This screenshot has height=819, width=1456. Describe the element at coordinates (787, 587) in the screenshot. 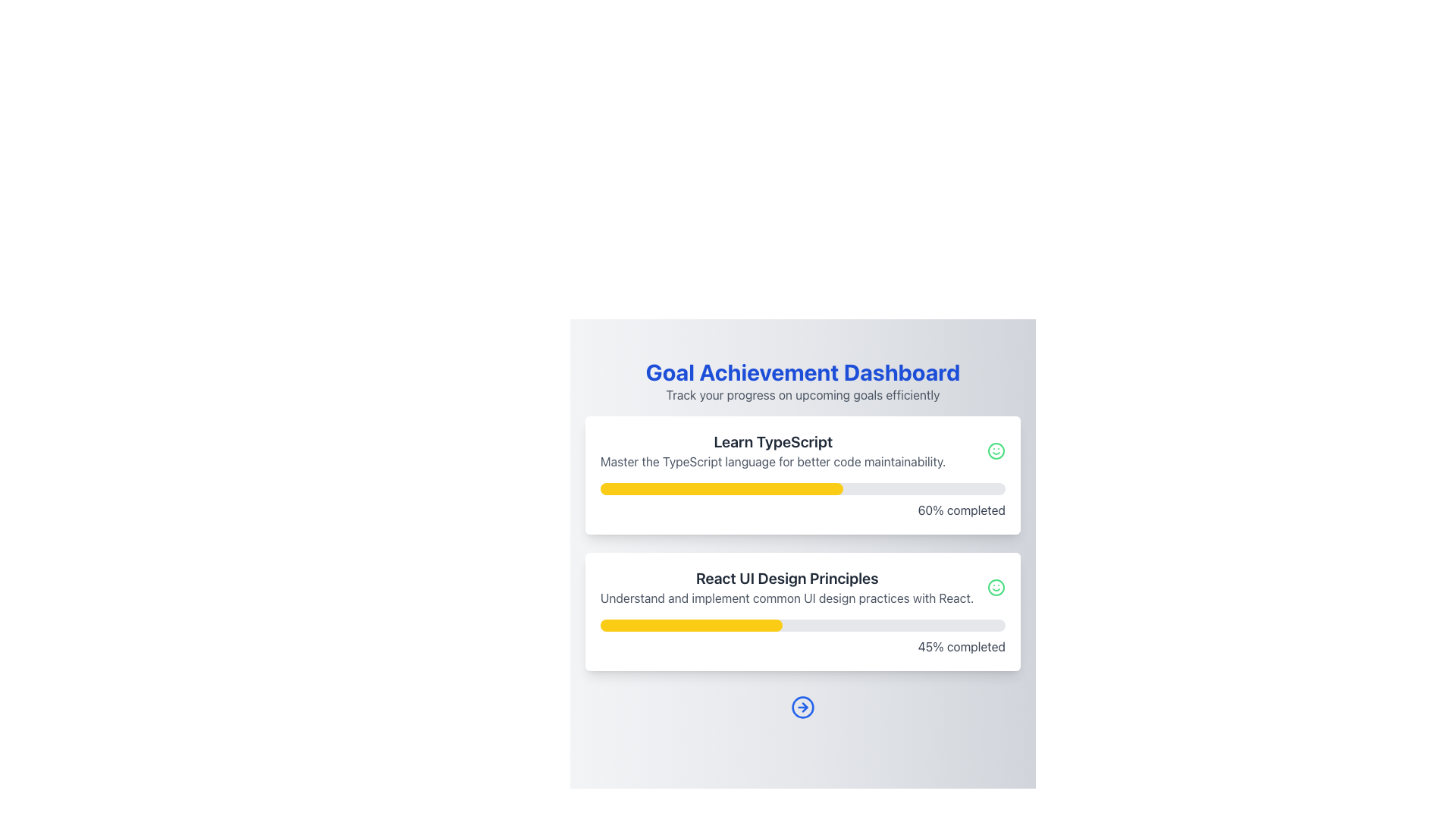

I see `text content that states 'React UI Design Principles' and 'Understand and implement common UI design practices with React.' located below the 'Learn TypeScript' text block in the Goal Achievement Dashboard` at that location.